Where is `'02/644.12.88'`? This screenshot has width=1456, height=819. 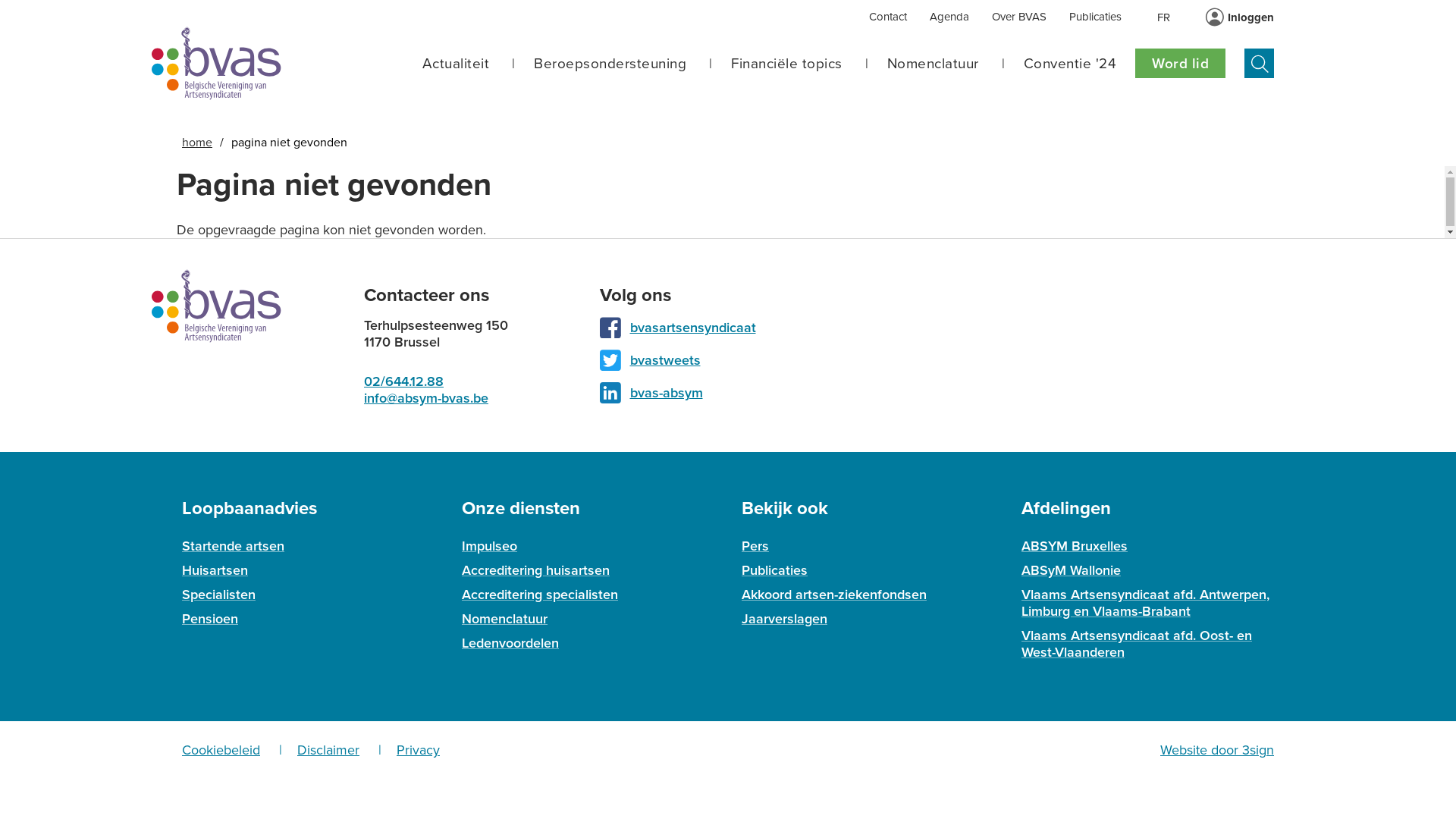
'02/644.12.88' is located at coordinates (403, 380).